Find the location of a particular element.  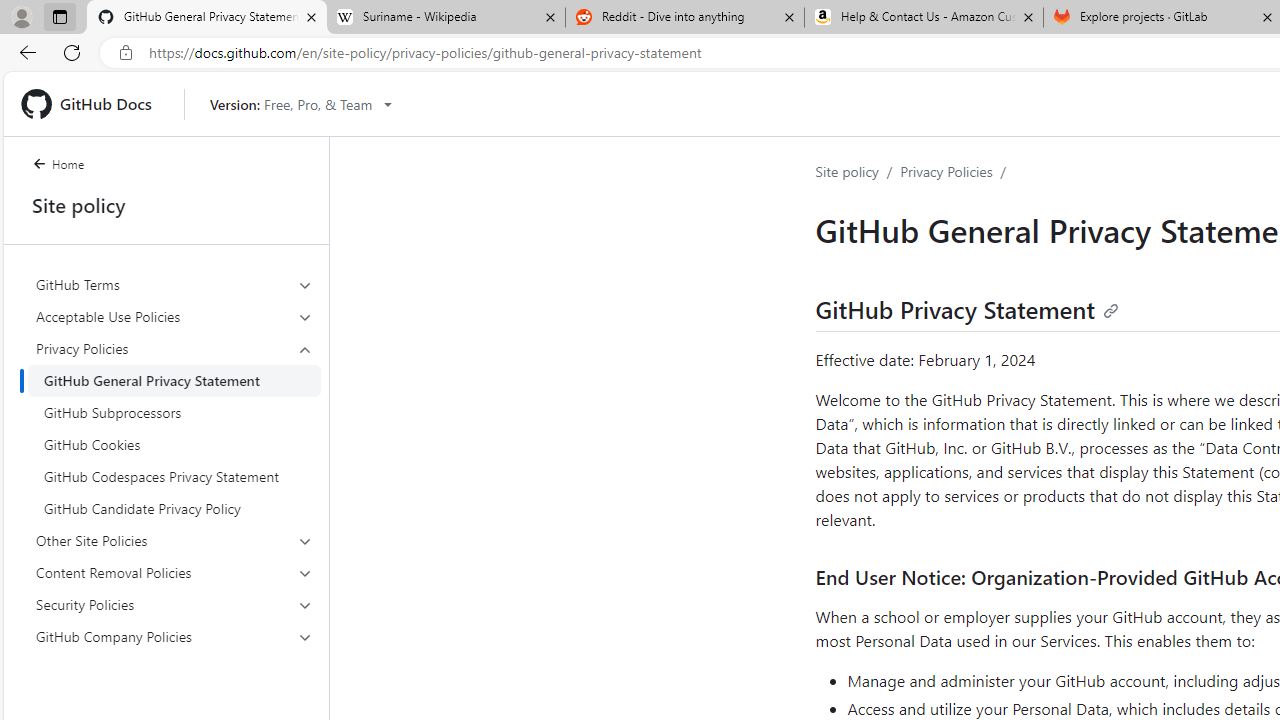

'Security Policies' is located at coordinates (174, 603).